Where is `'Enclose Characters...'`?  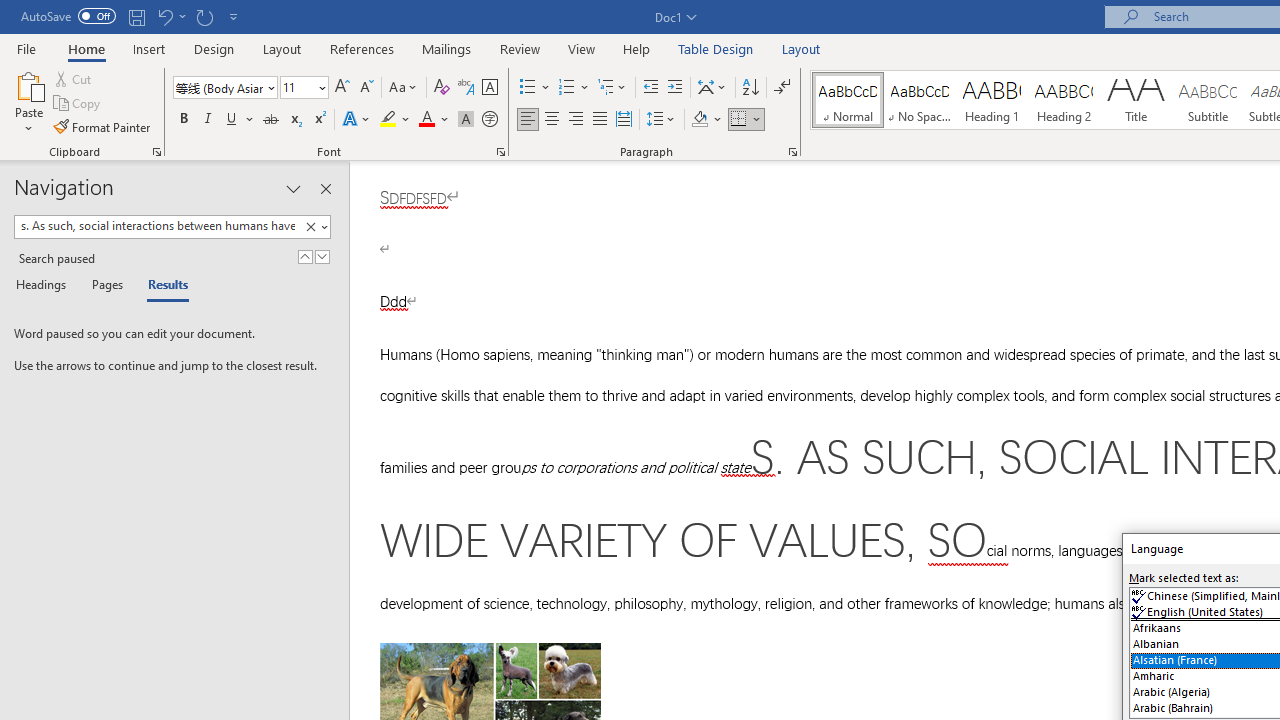 'Enclose Characters...' is located at coordinates (489, 119).